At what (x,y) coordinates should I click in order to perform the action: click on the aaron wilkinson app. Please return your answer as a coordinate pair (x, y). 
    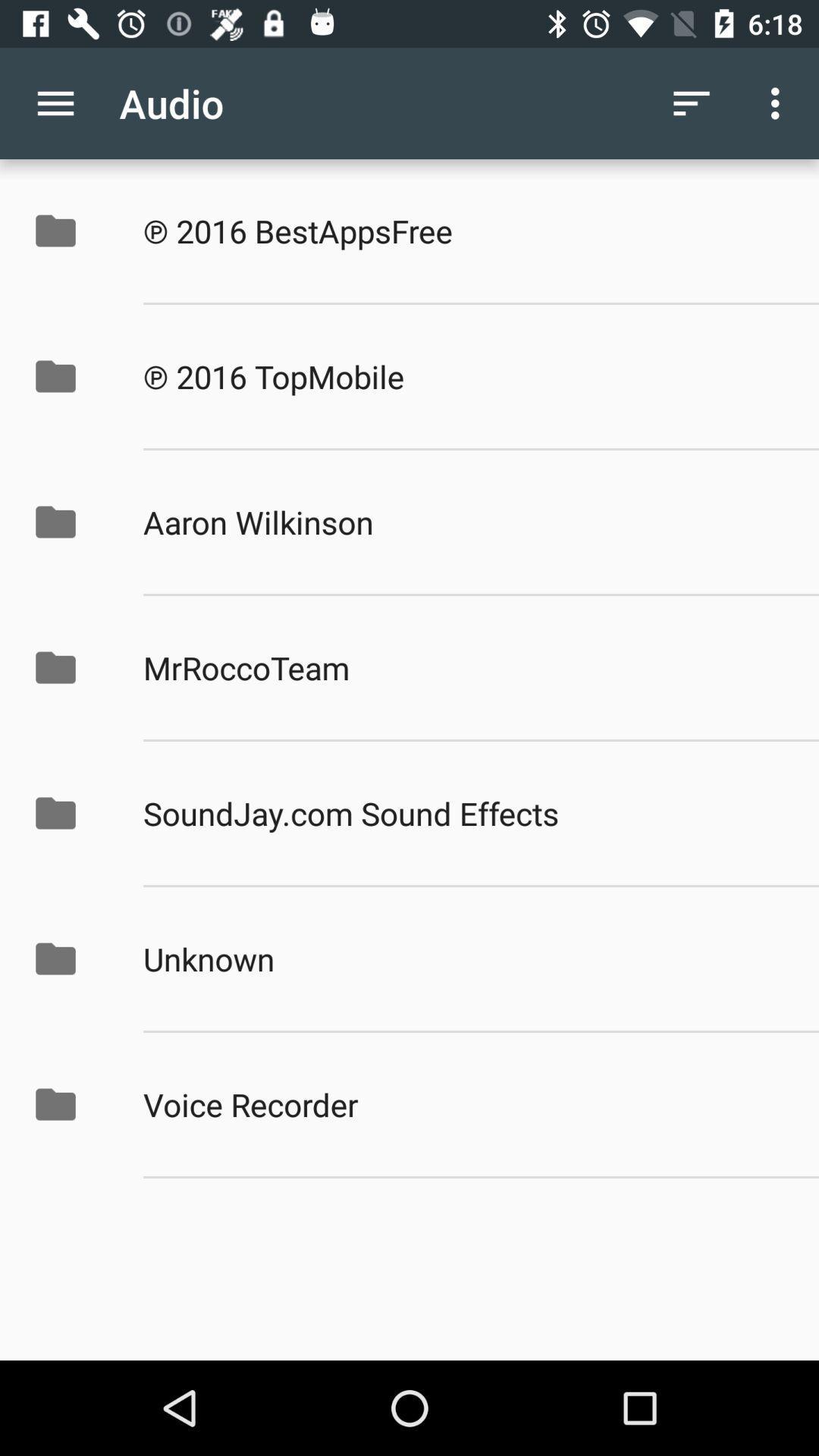
    Looking at the image, I should click on (464, 522).